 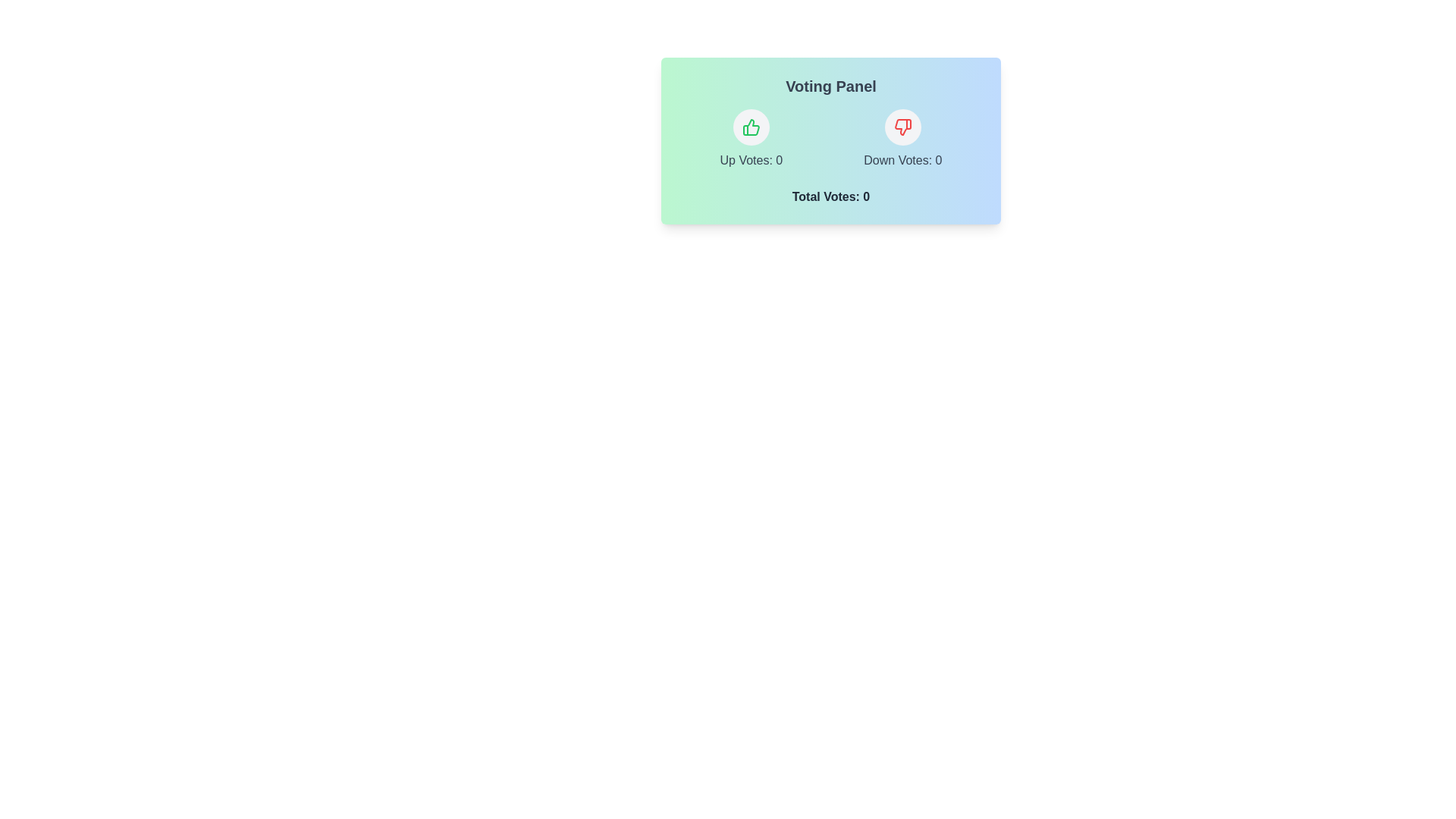 I want to click on the downvote icon button located in the right portion of the voting panel, specifically in the 'Down Votes' section, so click(x=902, y=127).